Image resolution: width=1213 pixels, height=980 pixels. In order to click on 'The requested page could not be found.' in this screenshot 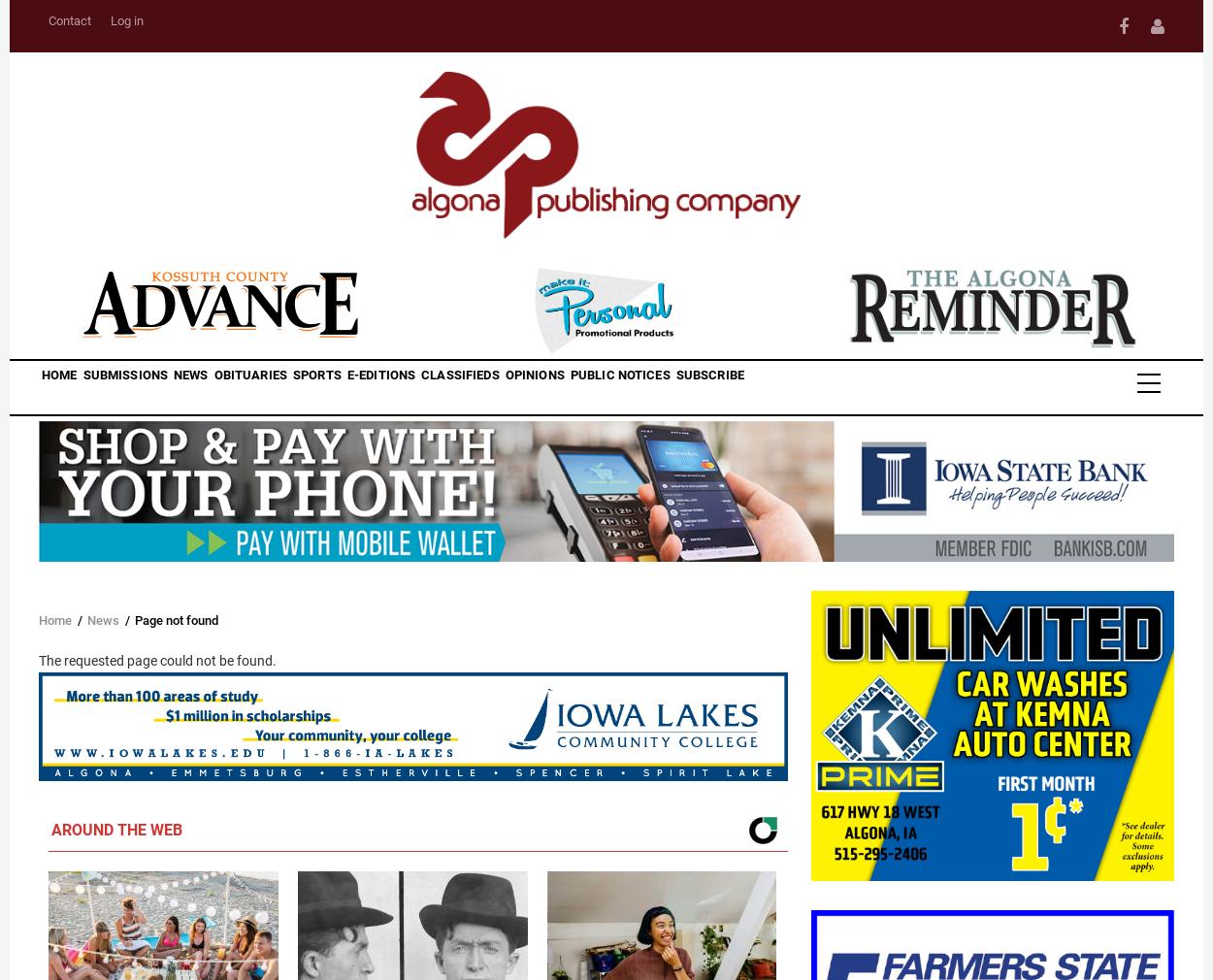, I will do `click(39, 660)`.